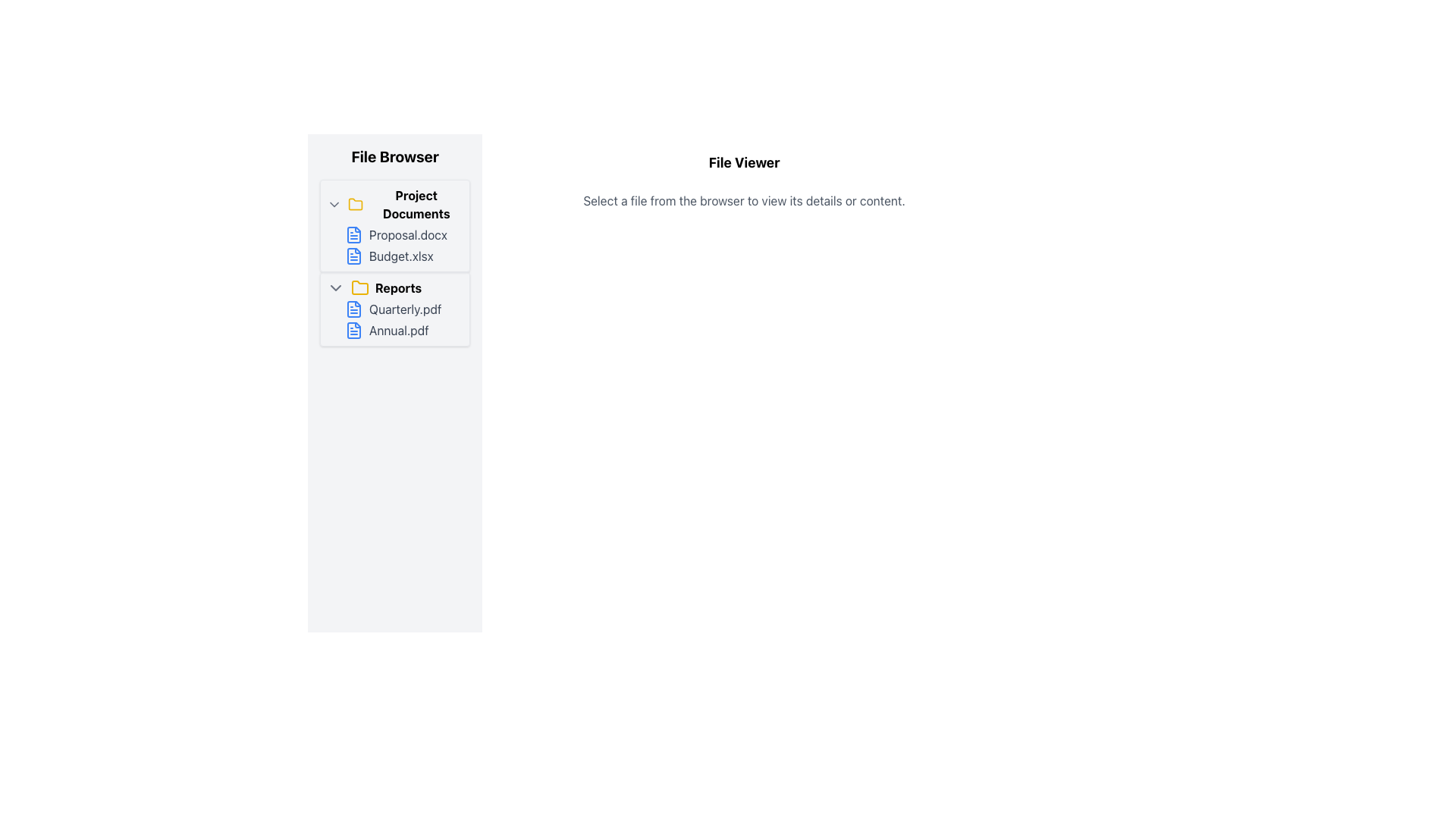 The width and height of the screenshot is (1456, 819). What do you see at coordinates (404, 256) in the screenshot?
I see `the 'Budget.xlsx' file entry item, which is the second item under the 'Project Documents' section of the file browser` at bounding box center [404, 256].